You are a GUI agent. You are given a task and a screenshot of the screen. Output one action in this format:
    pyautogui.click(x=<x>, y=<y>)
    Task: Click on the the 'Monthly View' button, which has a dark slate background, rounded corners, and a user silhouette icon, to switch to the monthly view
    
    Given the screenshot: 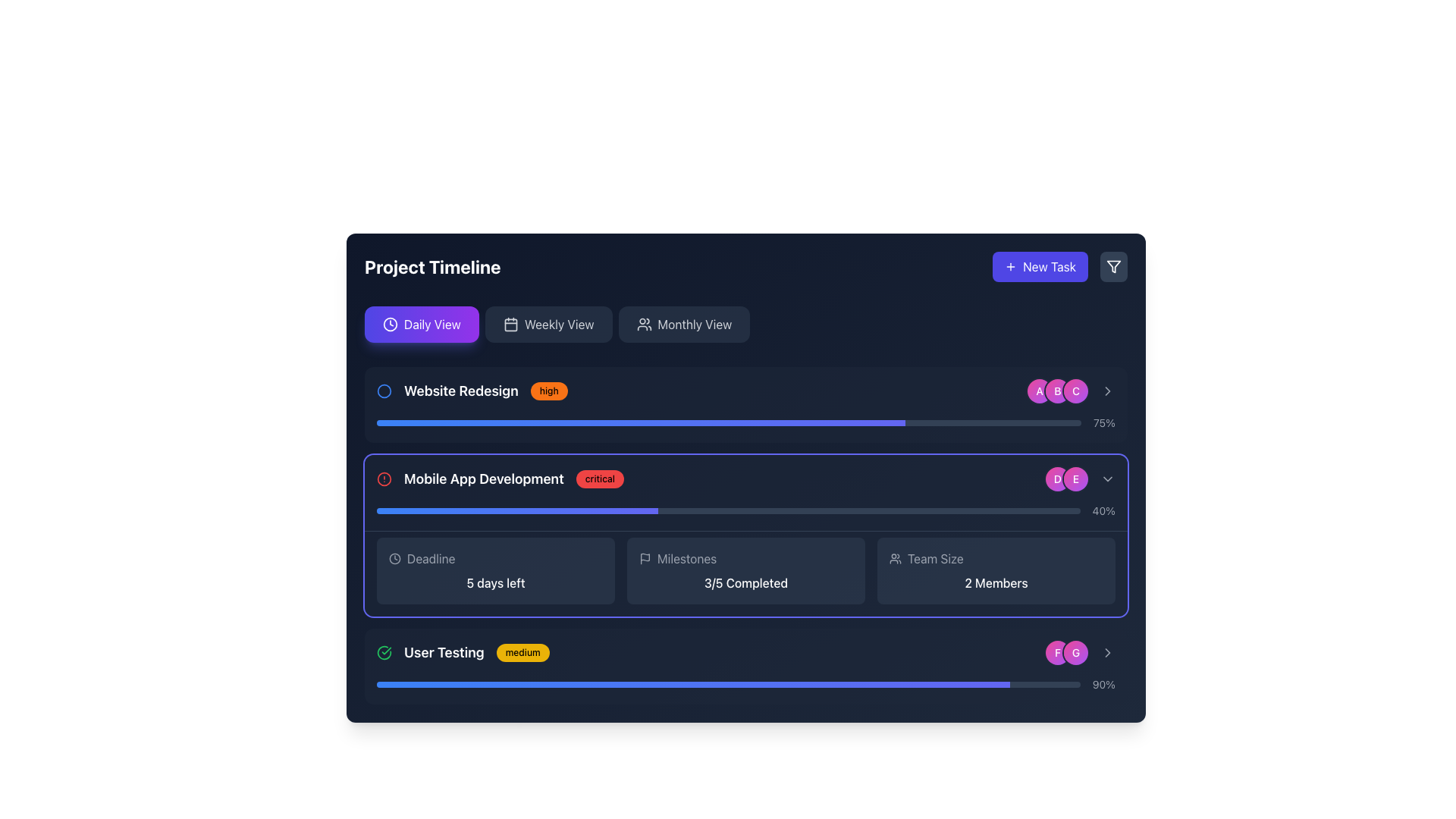 What is the action you would take?
    pyautogui.click(x=683, y=324)
    